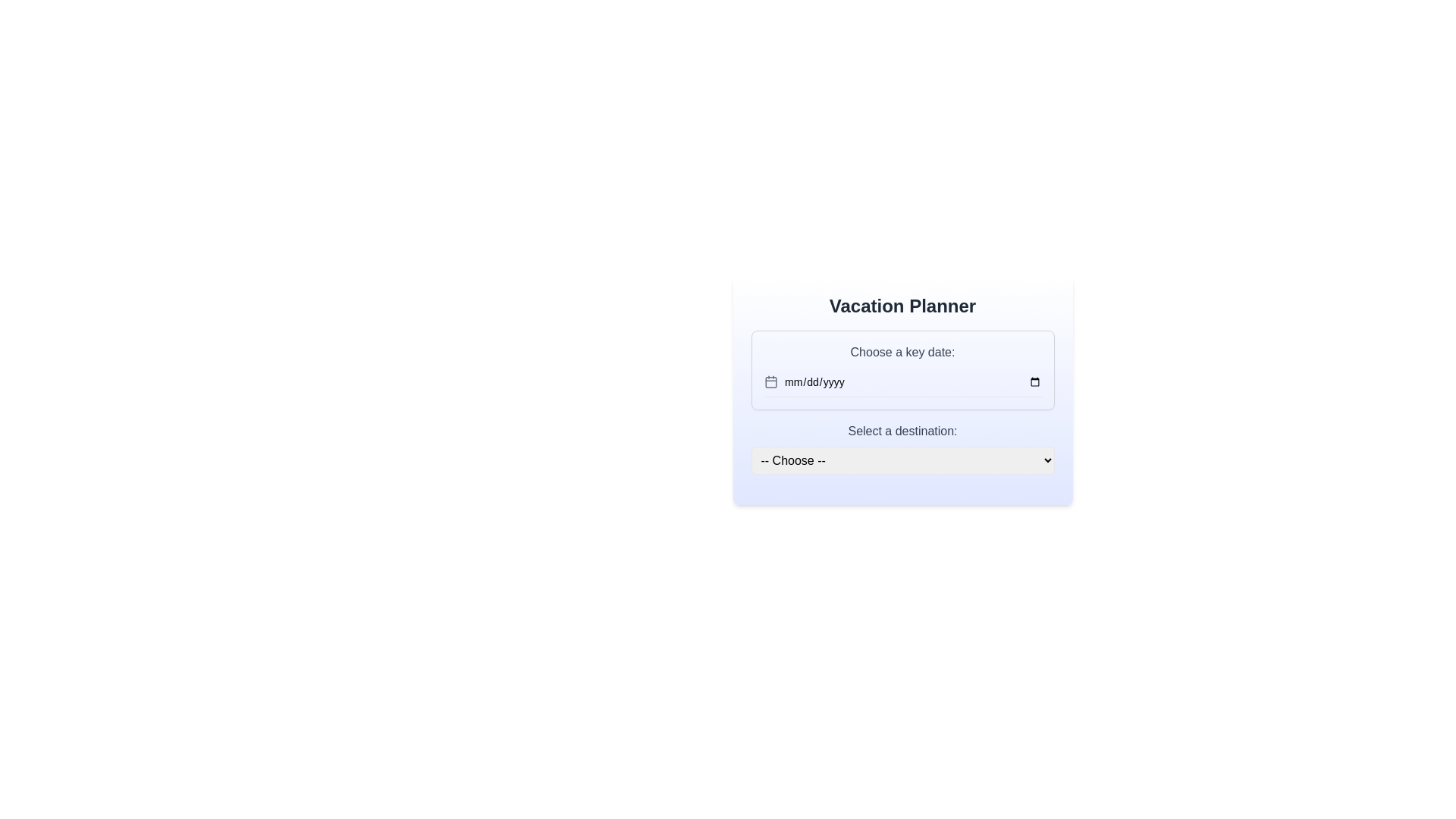  What do you see at coordinates (770, 381) in the screenshot?
I see `the main rectangular area of the calendar icon, which is located to the left of the 'mm/dd/yyyy' input field in the 'Choose a key date:' section of the 'Vacation Planner' card` at bounding box center [770, 381].